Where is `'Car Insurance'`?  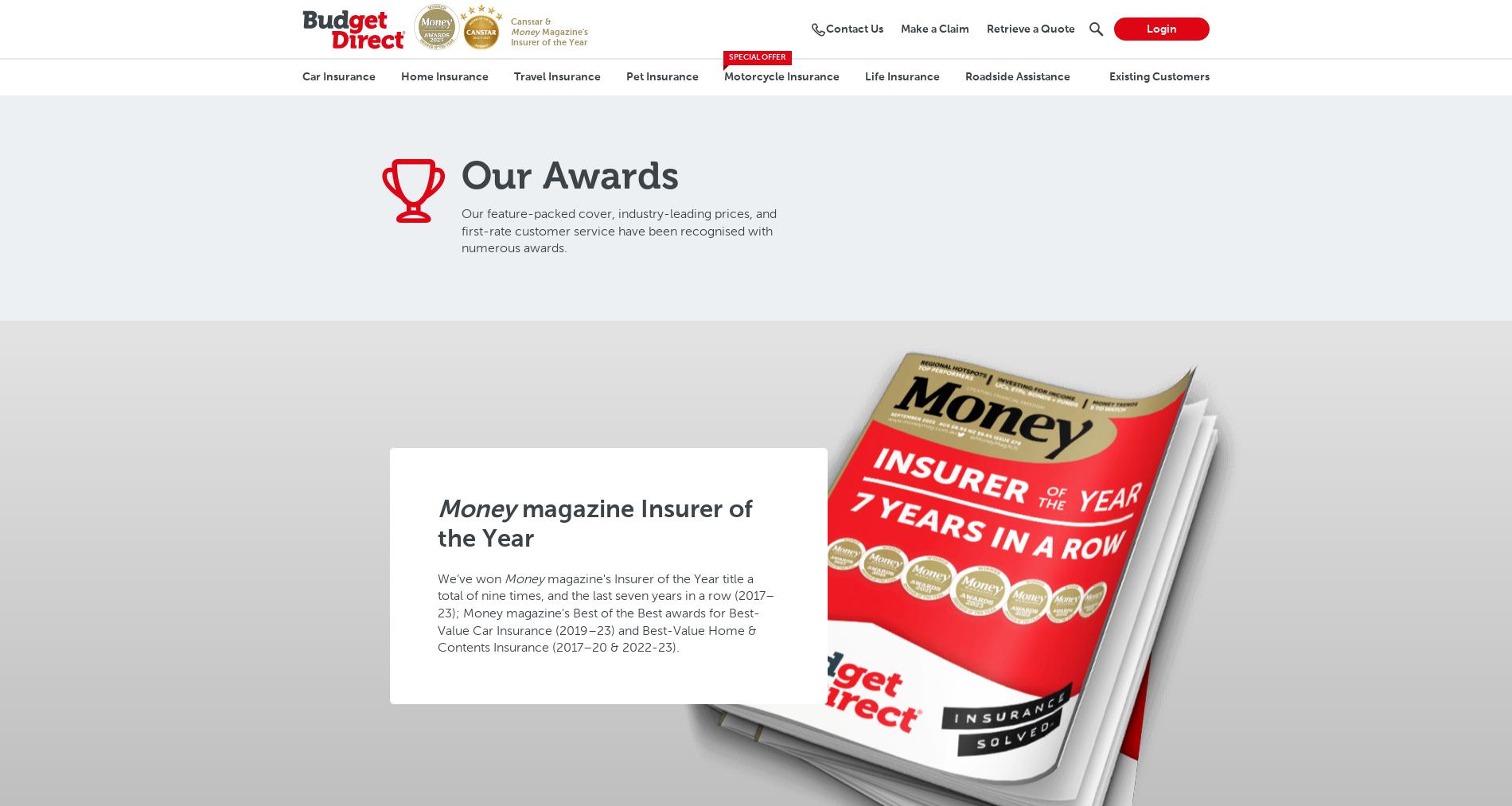
'Car Insurance' is located at coordinates (337, 76).